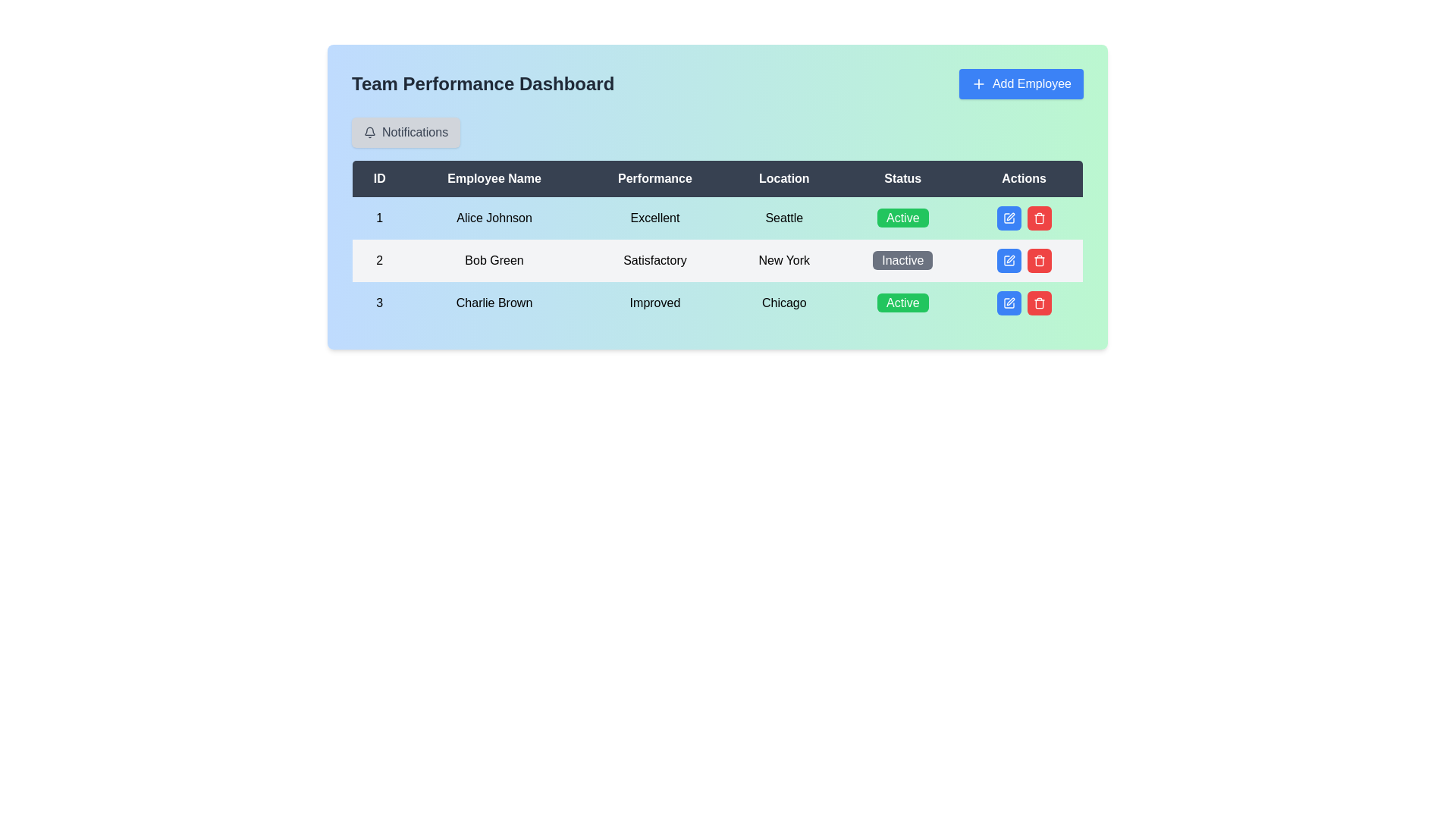 This screenshot has height=819, width=1456. Describe the element at coordinates (1009, 218) in the screenshot. I see `the square-shaped pen icon button in the 'Actions' column, second row for Bob Green` at that location.